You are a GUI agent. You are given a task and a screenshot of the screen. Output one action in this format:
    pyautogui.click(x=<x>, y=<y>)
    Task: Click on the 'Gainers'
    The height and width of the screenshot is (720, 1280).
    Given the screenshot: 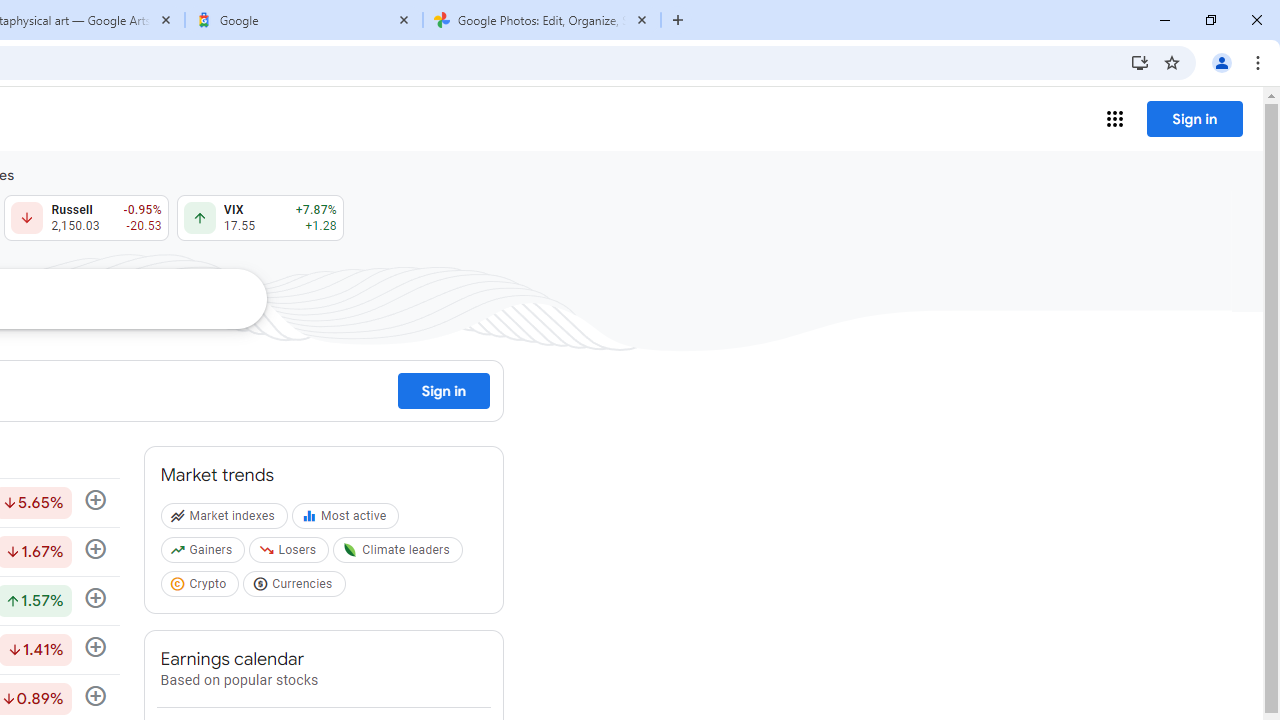 What is the action you would take?
    pyautogui.click(x=204, y=554)
    